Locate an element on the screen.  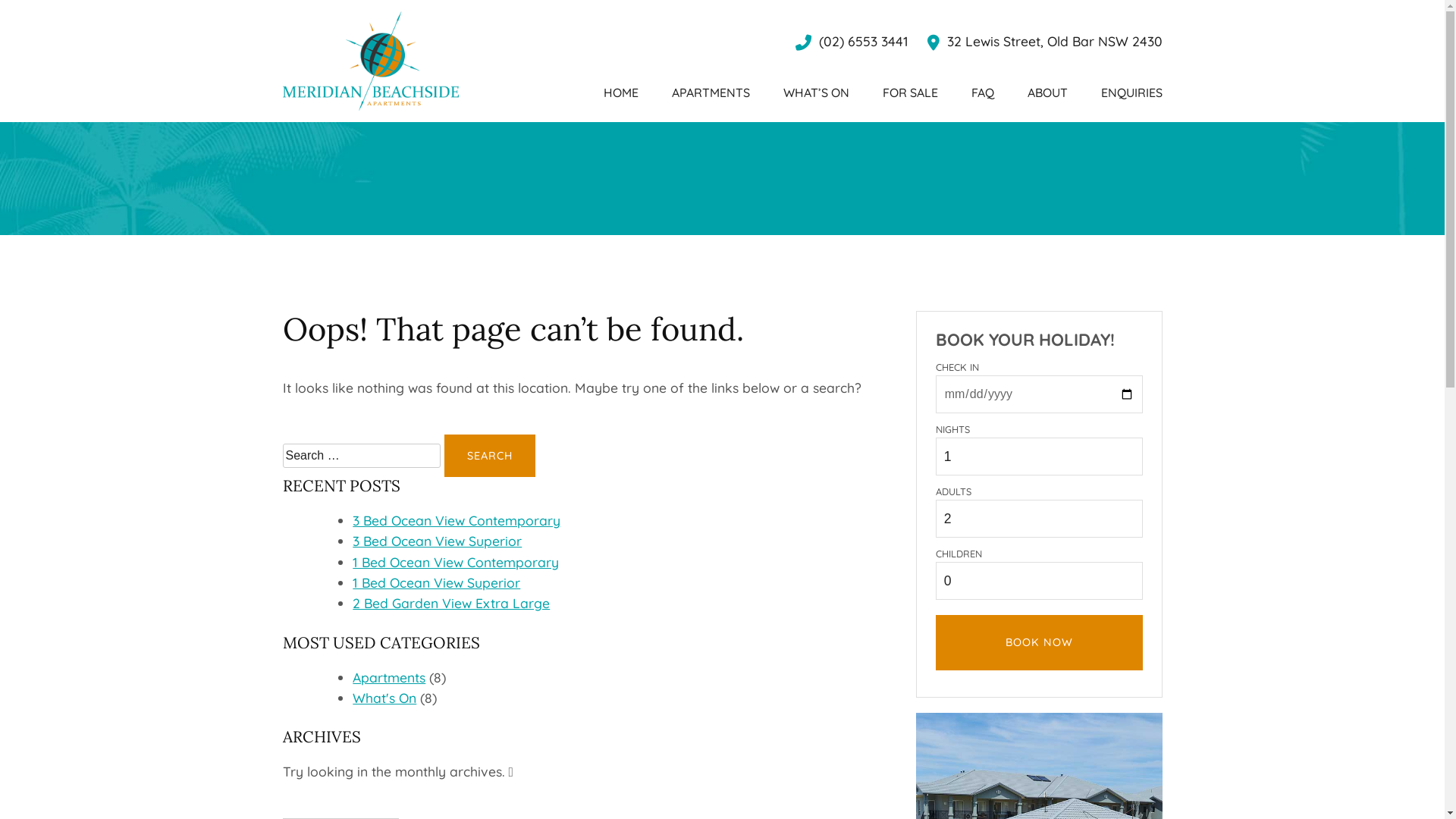
'Search' is located at coordinates (490, 455).